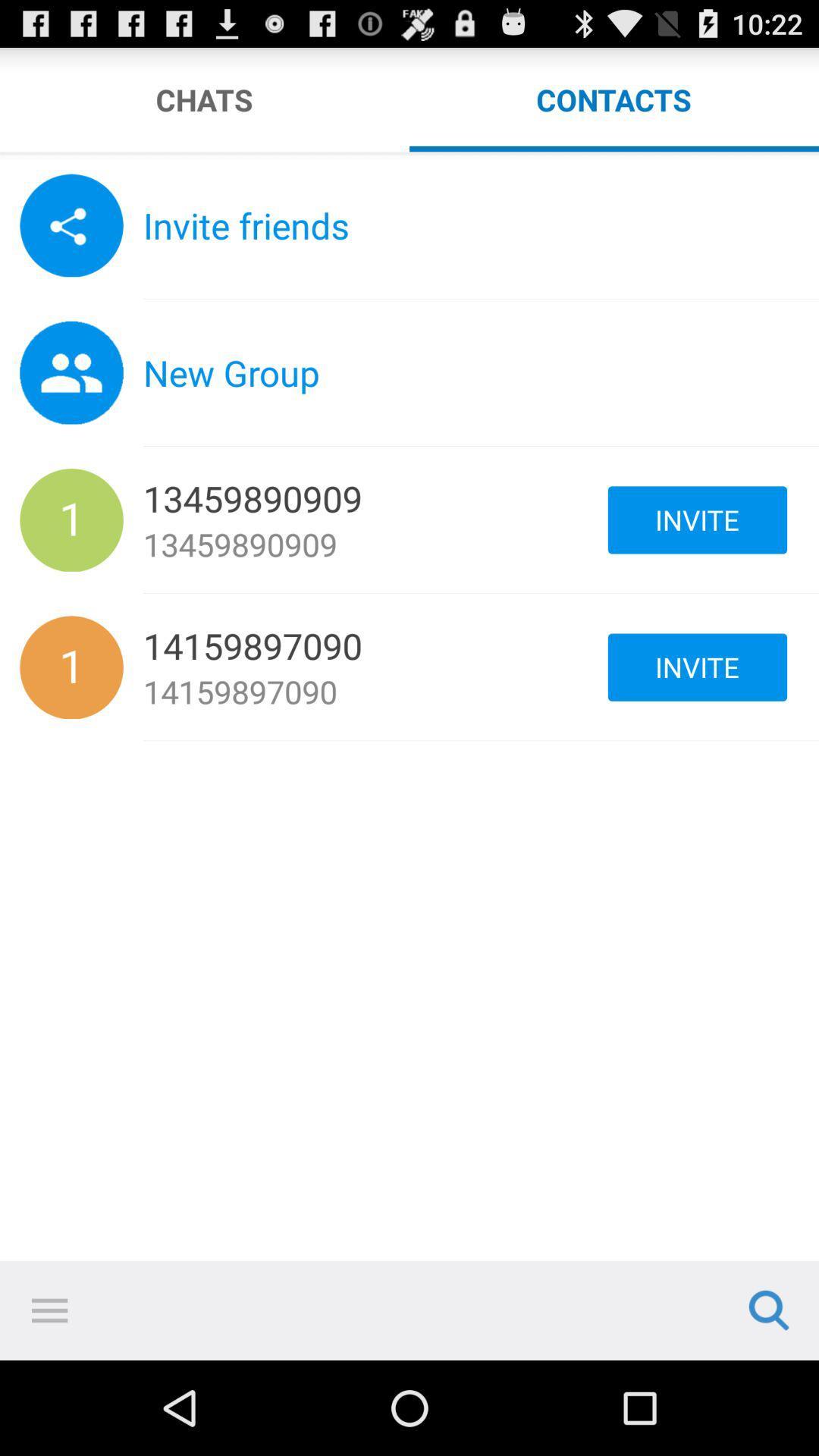 This screenshot has height=1456, width=819. Describe the element at coordinates (409, 155) in the screenshot. I see `chose to sort by the chat or the contact` at that location.